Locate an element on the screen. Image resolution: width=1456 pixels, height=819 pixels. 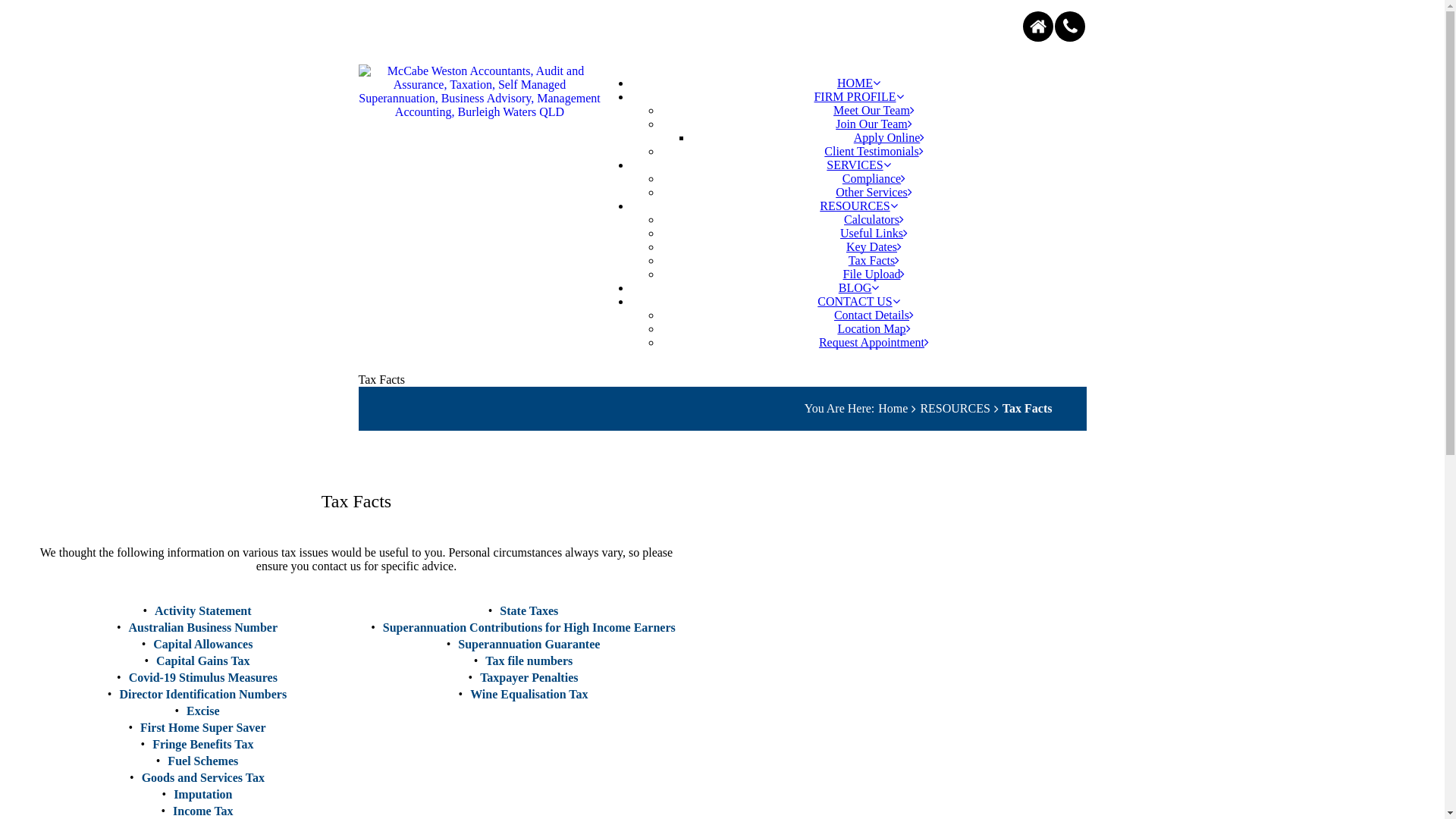
'First Home Super Saver' is located at coordinates (202, 726).